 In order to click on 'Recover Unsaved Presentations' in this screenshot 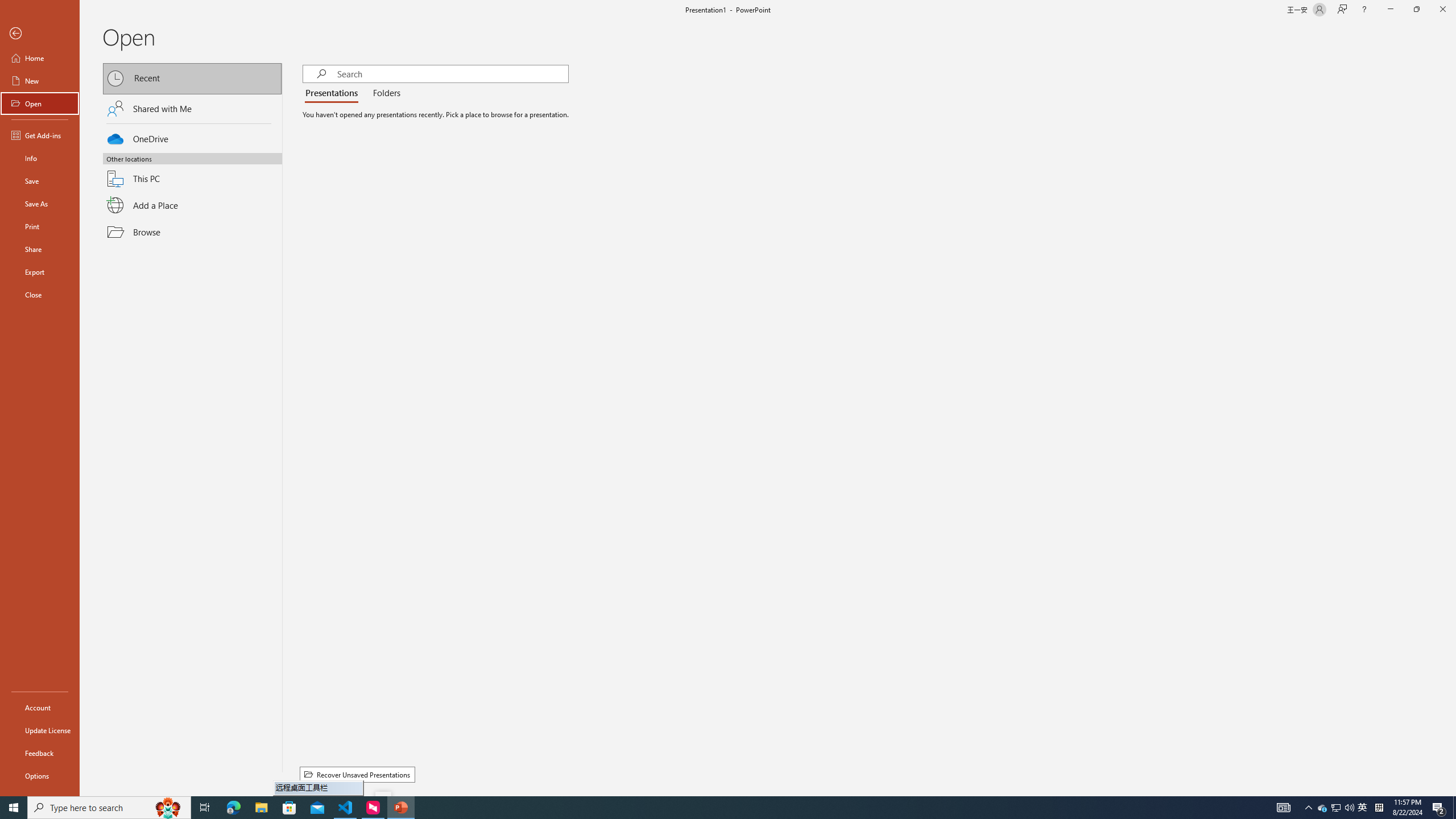, I will do `click(357, 775)`.